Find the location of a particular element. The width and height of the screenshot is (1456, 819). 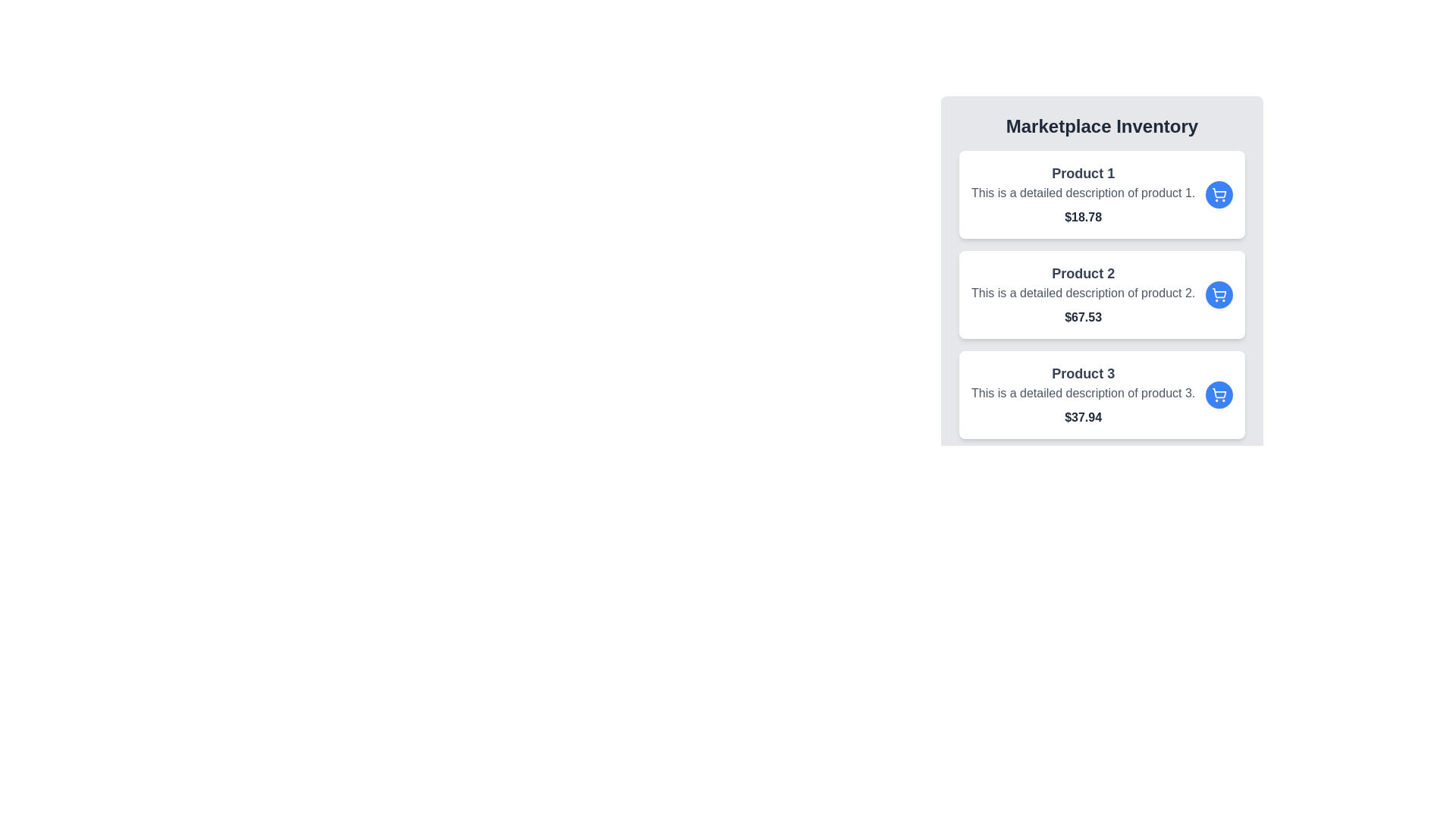

the small shopping cart icon, which is styled with thin lines and enclosed in a blue circular background, located is located at coordinates (1219, 394).